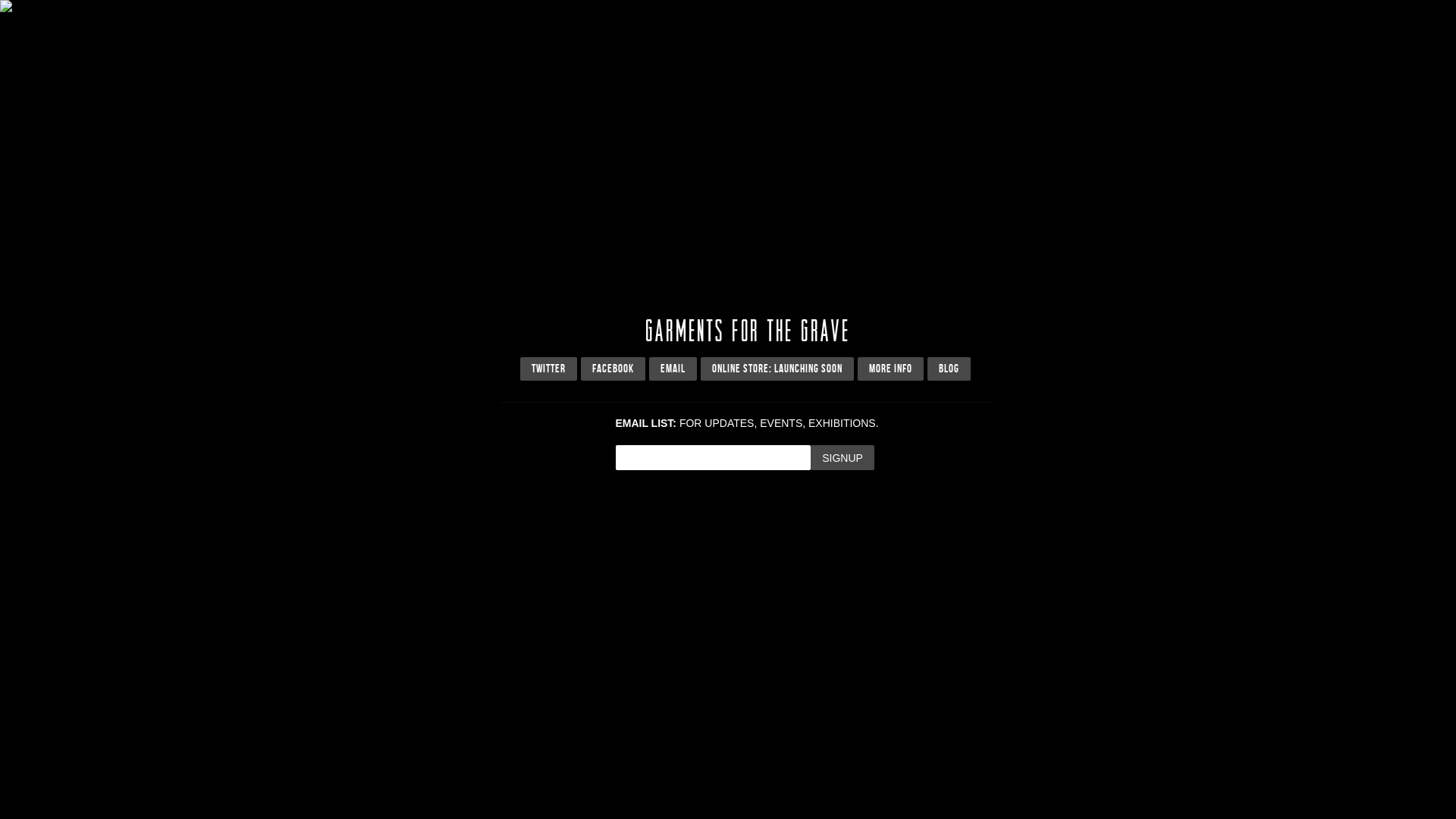  I want to click on 'ONLINE STORE: LAUNCHING SOON', so click(777, 369).